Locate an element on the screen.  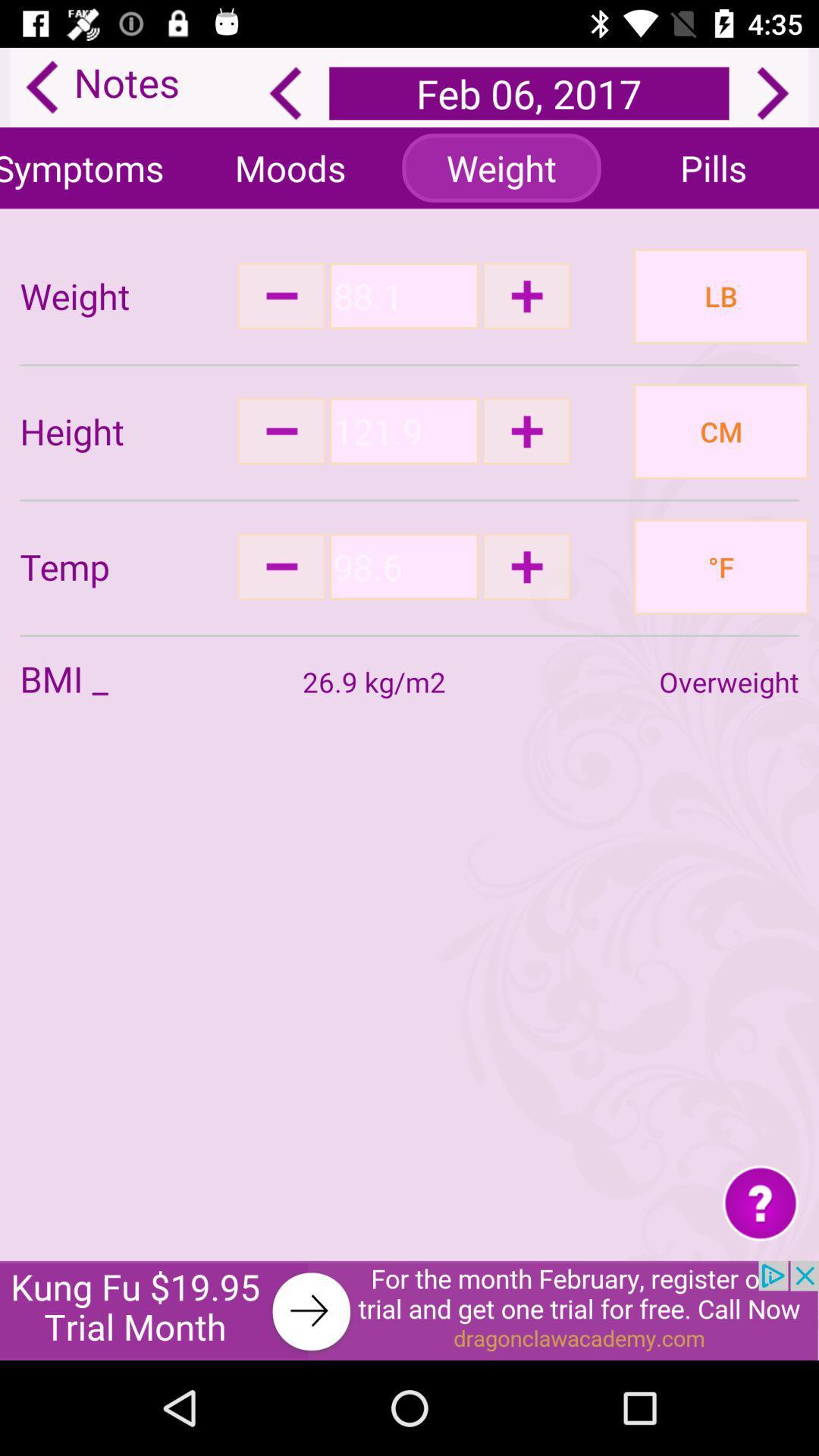
the arrow_forward icon is located at coordinates (773, 93).